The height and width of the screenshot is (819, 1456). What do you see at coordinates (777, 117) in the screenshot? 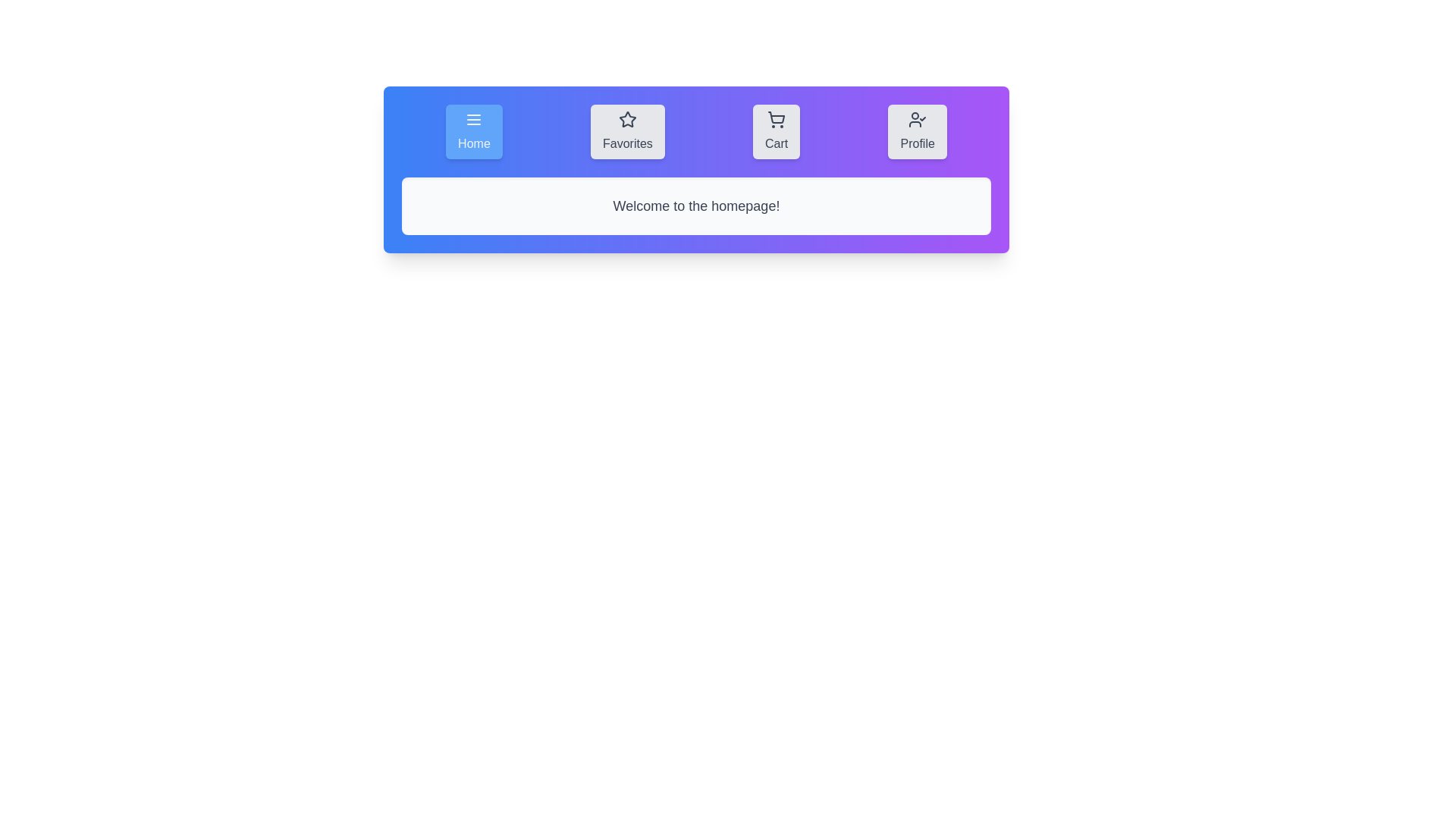
I see `the shopping cart icon located in the 'Cart' button within the navigation bar` at bounding box center [777, 117].